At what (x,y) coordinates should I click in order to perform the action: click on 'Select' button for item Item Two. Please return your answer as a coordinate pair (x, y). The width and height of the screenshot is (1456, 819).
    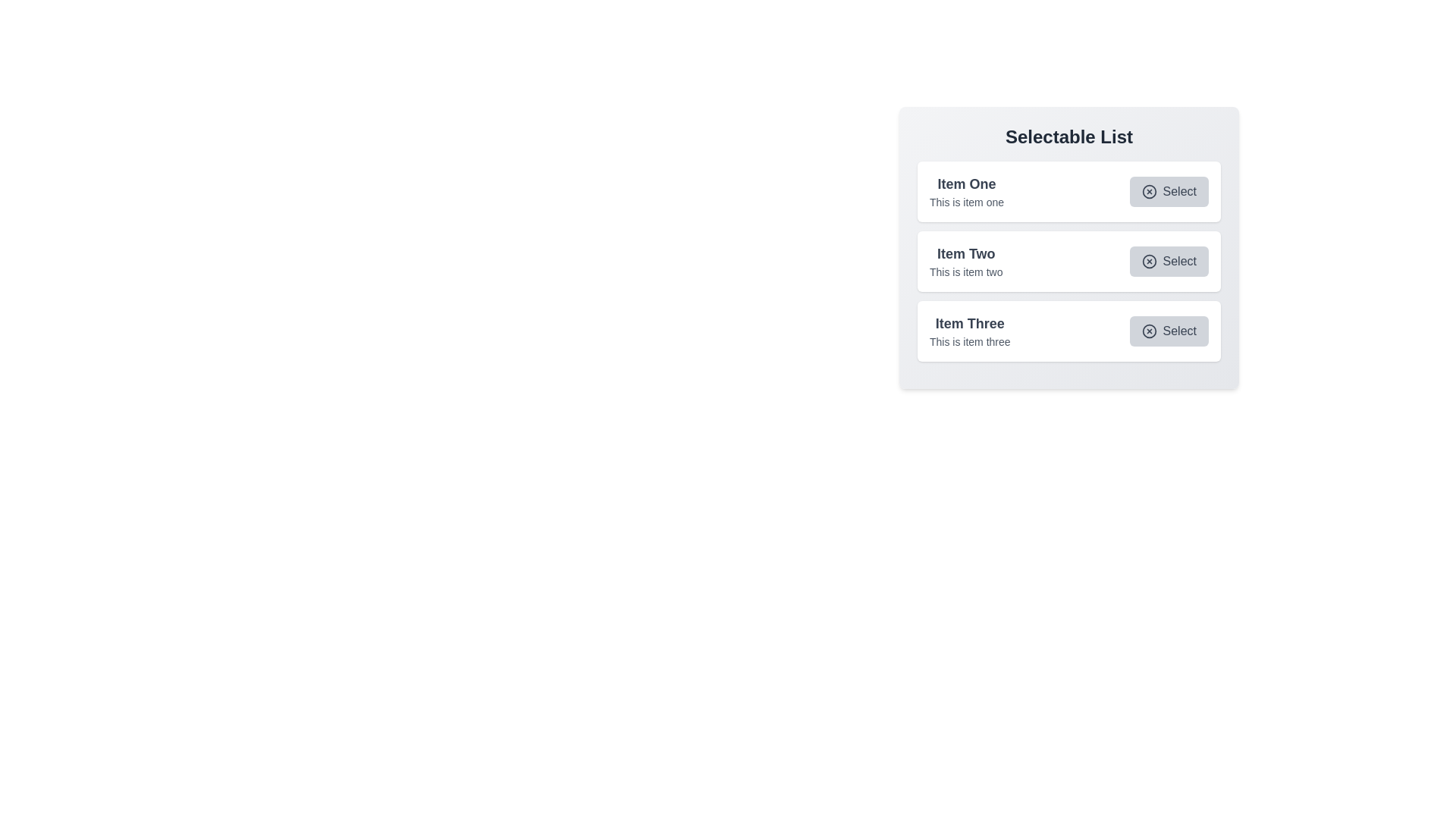
    Looking at the image, I should click on (1168, 260).